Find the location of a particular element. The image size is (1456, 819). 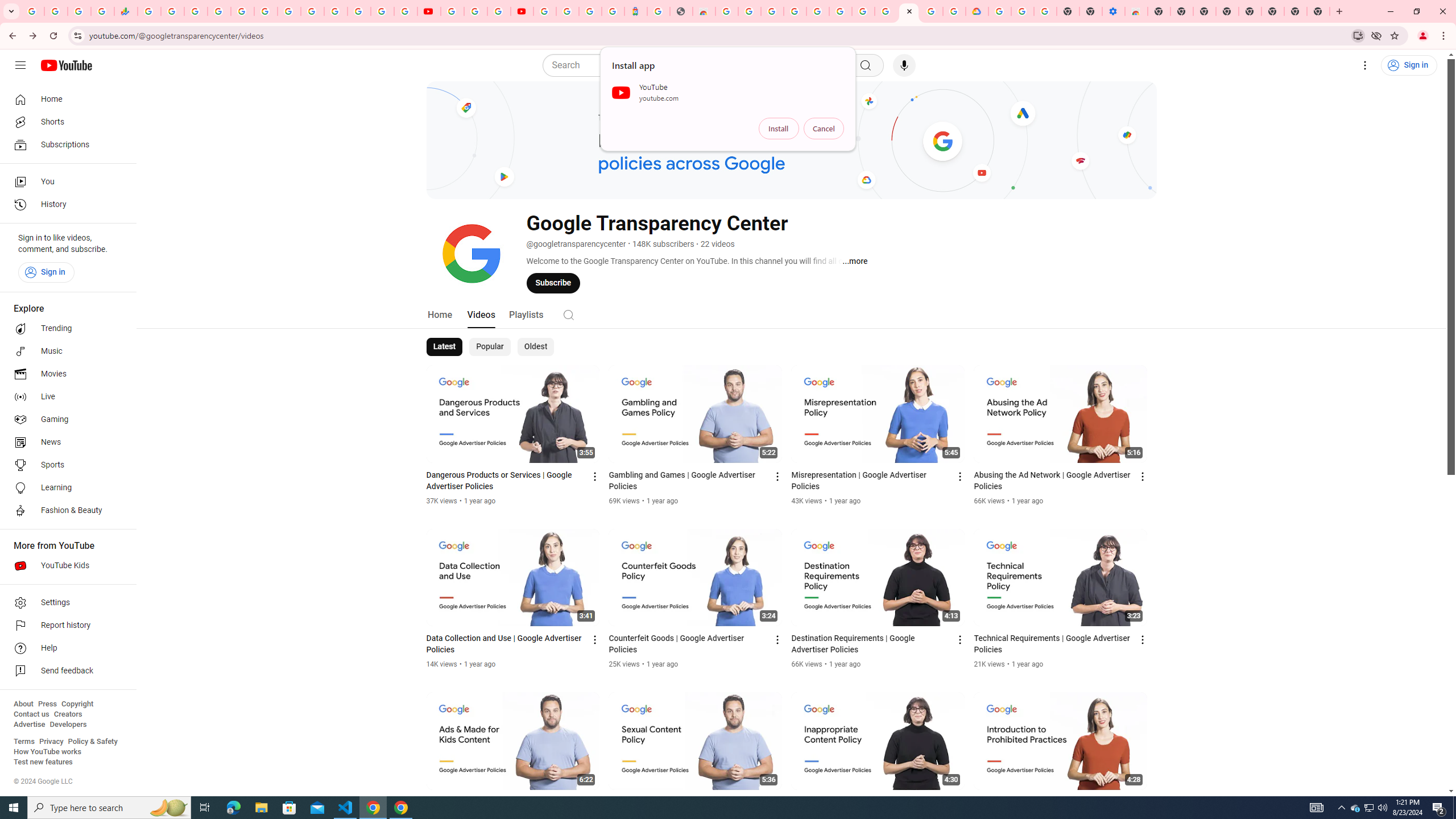

'Google Account Help' is located at coordinates (1022, 11).